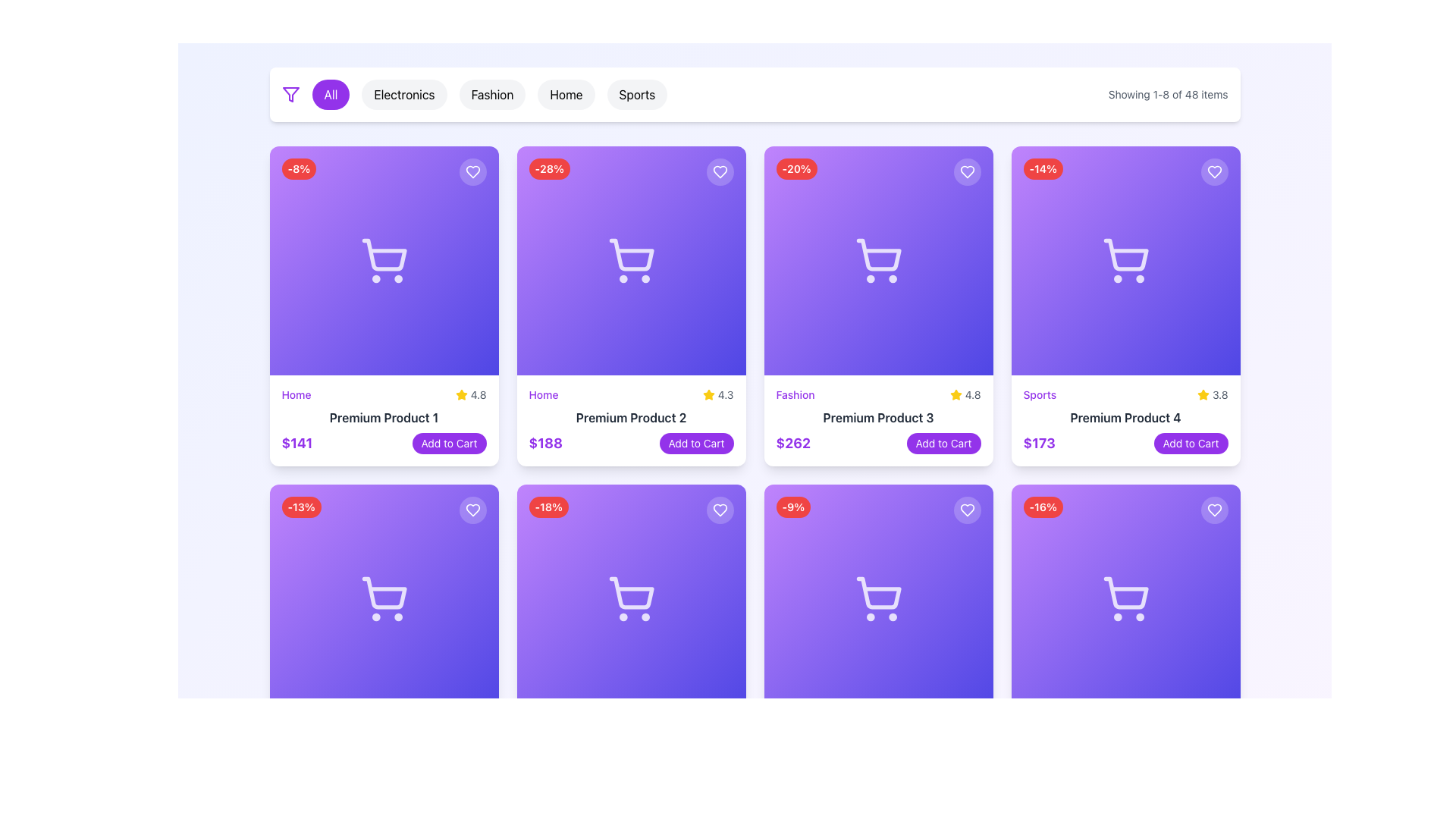 The height and width of the screenshot is (819, 1456). What do you see at coordinates (384, 598) in the screenshot?
I see `the shopping cart icon, which is positioned in the second row and first column of the grid layout, centrally aligned within its card beneath the '-13%' discount tag` at bounding box center [384, 598].